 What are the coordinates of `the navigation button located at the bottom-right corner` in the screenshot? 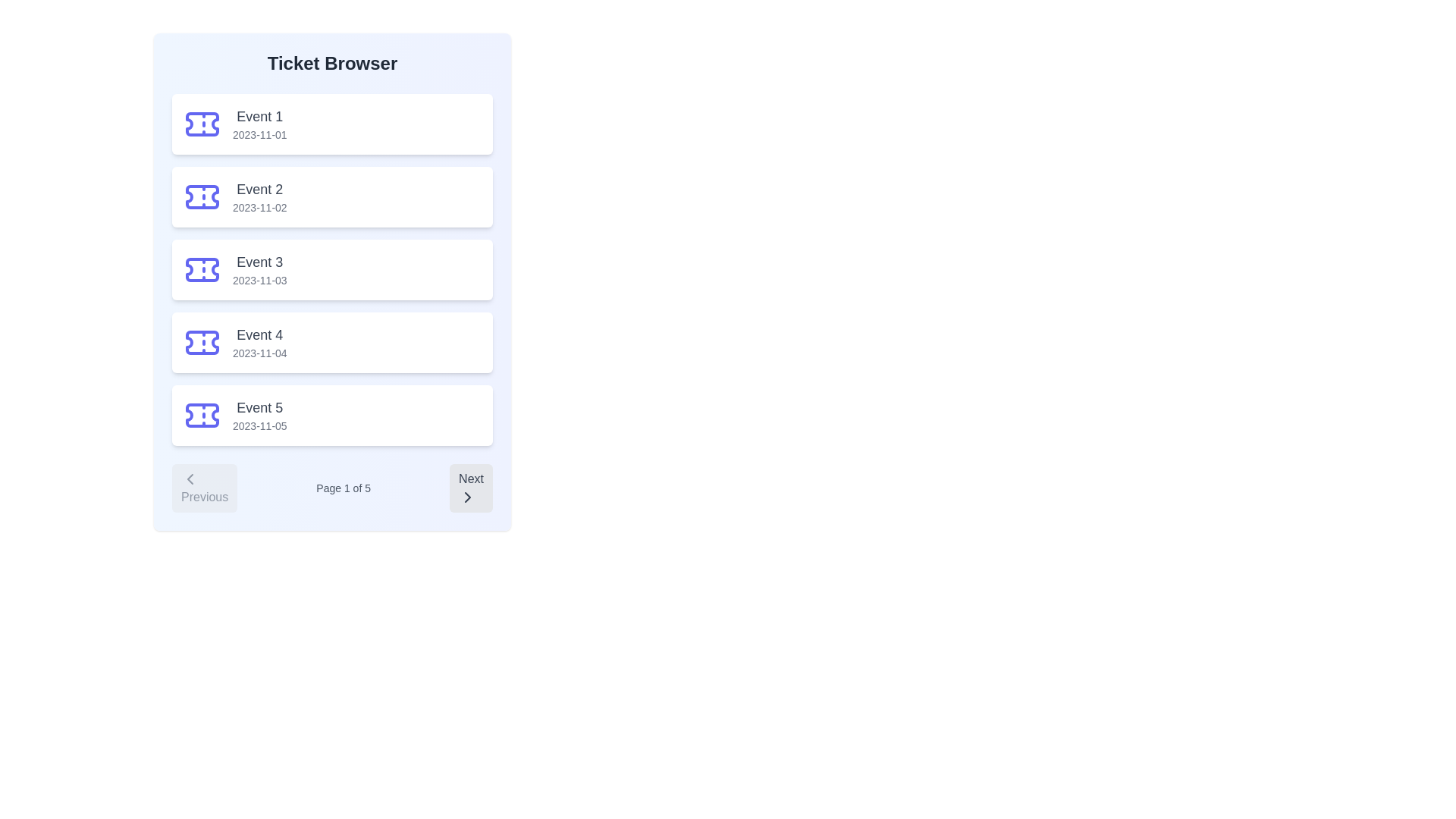 It's located at (470, 488).